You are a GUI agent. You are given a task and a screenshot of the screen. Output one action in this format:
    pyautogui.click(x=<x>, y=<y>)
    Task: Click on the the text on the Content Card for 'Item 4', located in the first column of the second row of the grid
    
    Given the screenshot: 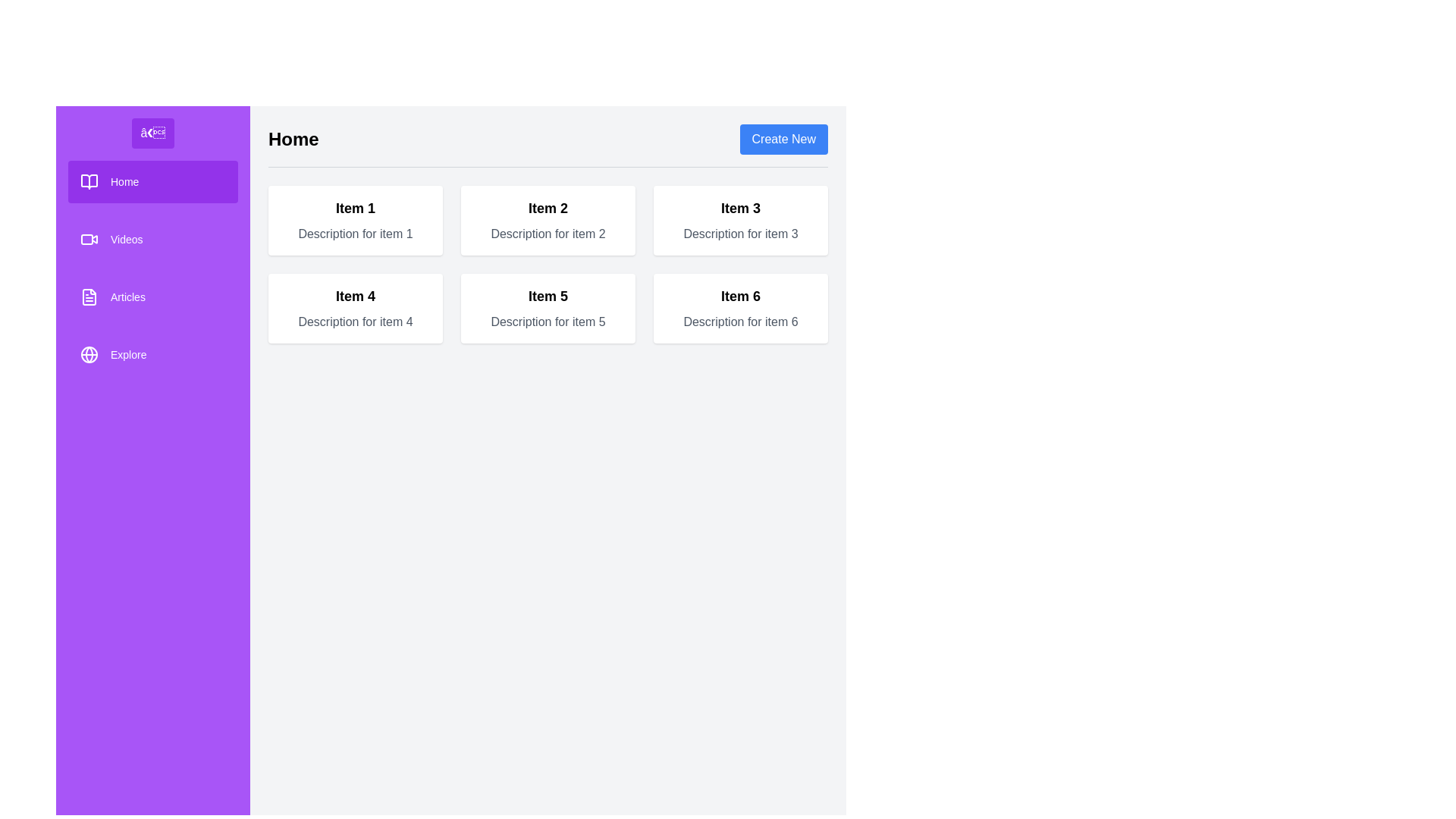 What is the action you would take?
    pyautogui.click(x=355, y=308)
    